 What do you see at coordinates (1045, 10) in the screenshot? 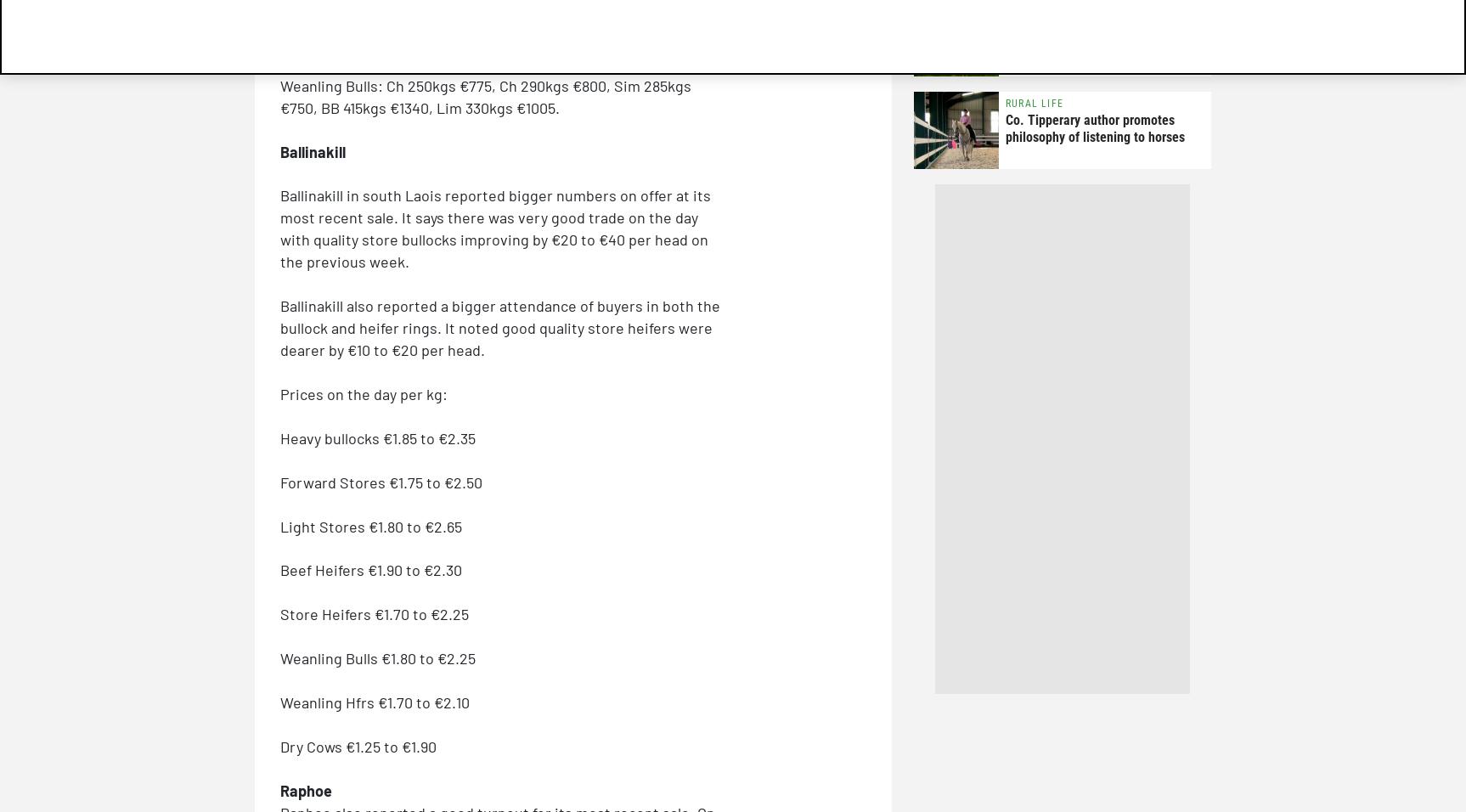
I see `'CAP / Schemes'` at bounding box center [1045, 10].